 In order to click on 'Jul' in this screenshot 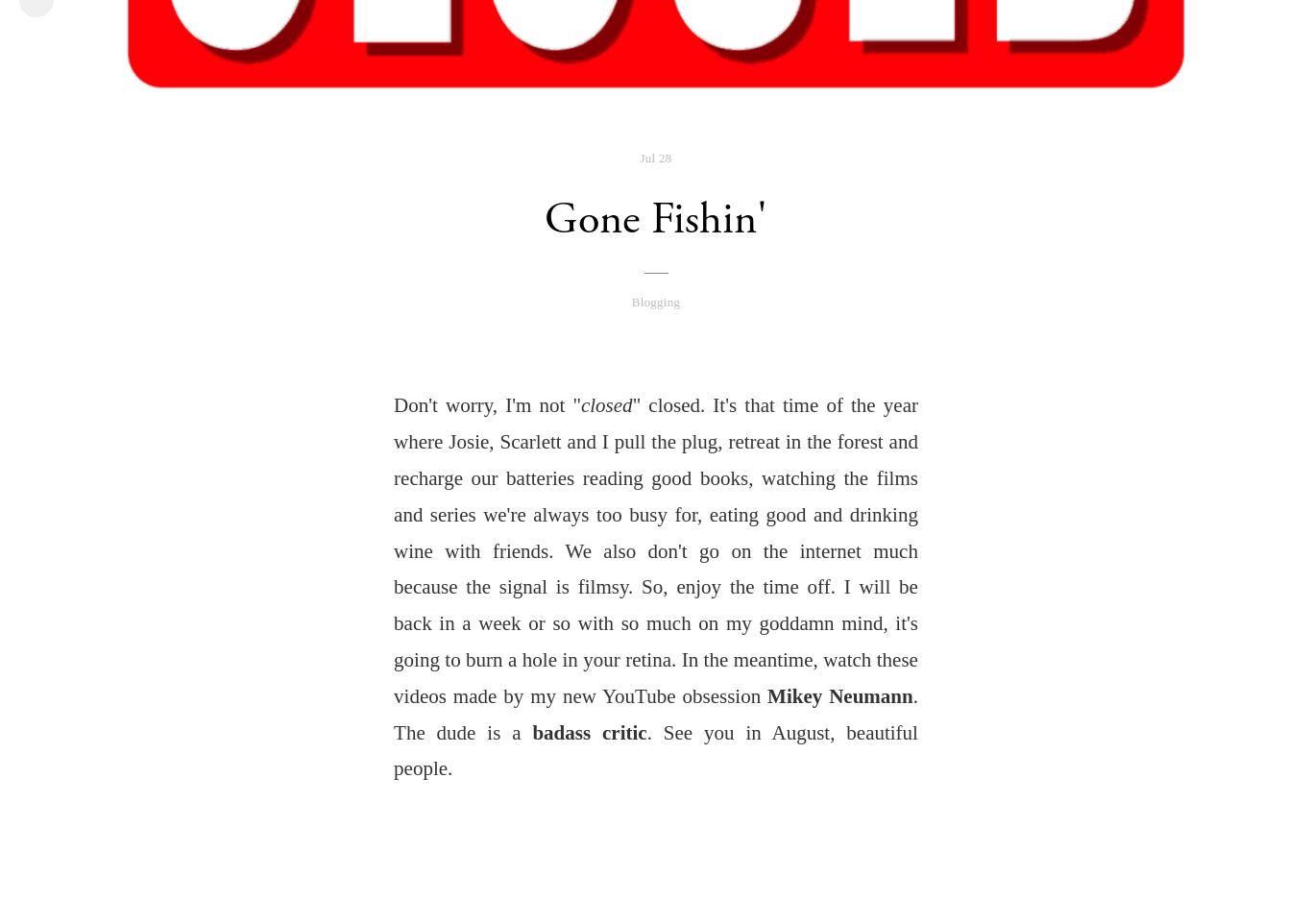, I will do `click(647, 158)`.